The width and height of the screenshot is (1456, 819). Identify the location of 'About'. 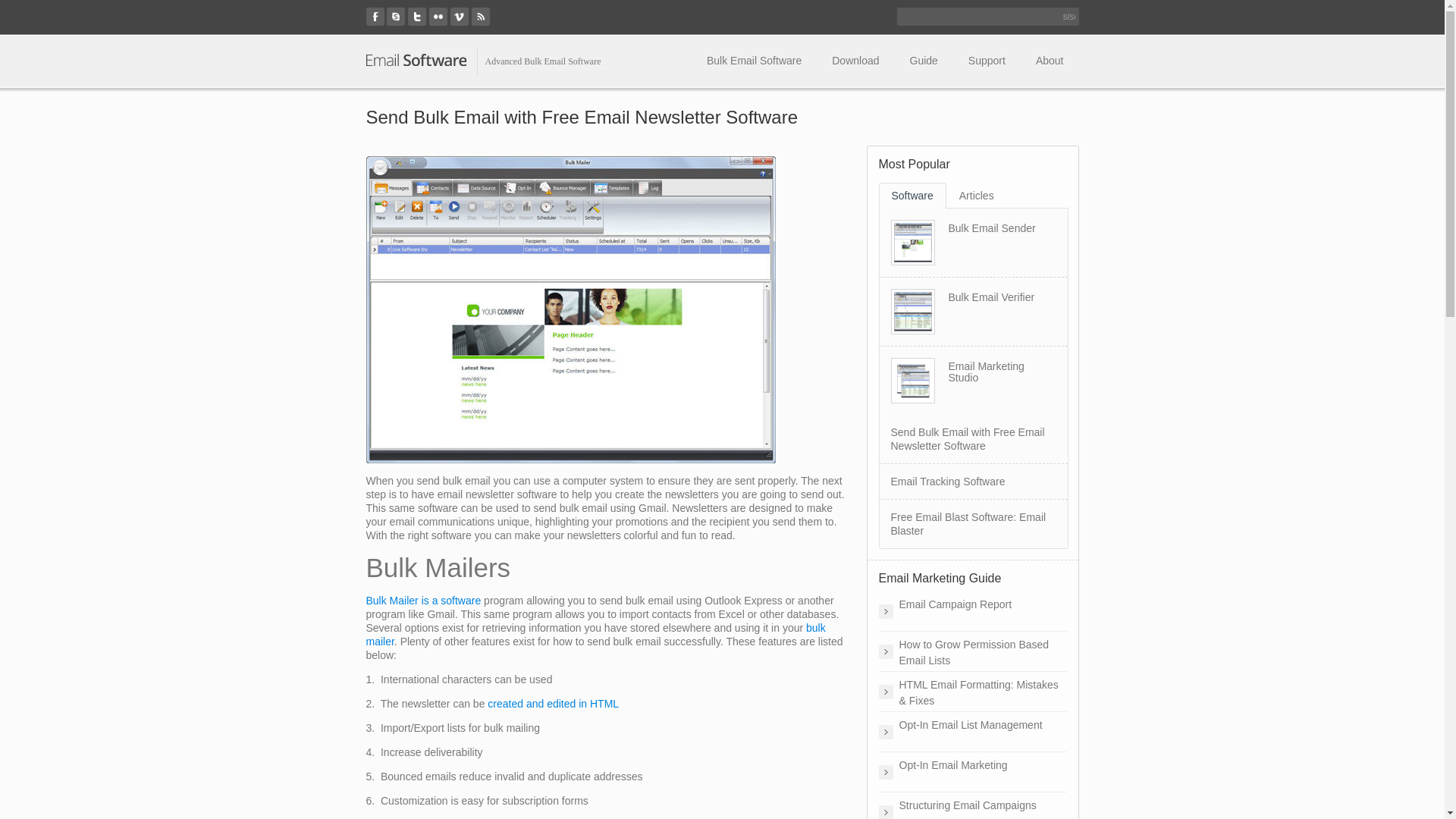
(1020, 60).